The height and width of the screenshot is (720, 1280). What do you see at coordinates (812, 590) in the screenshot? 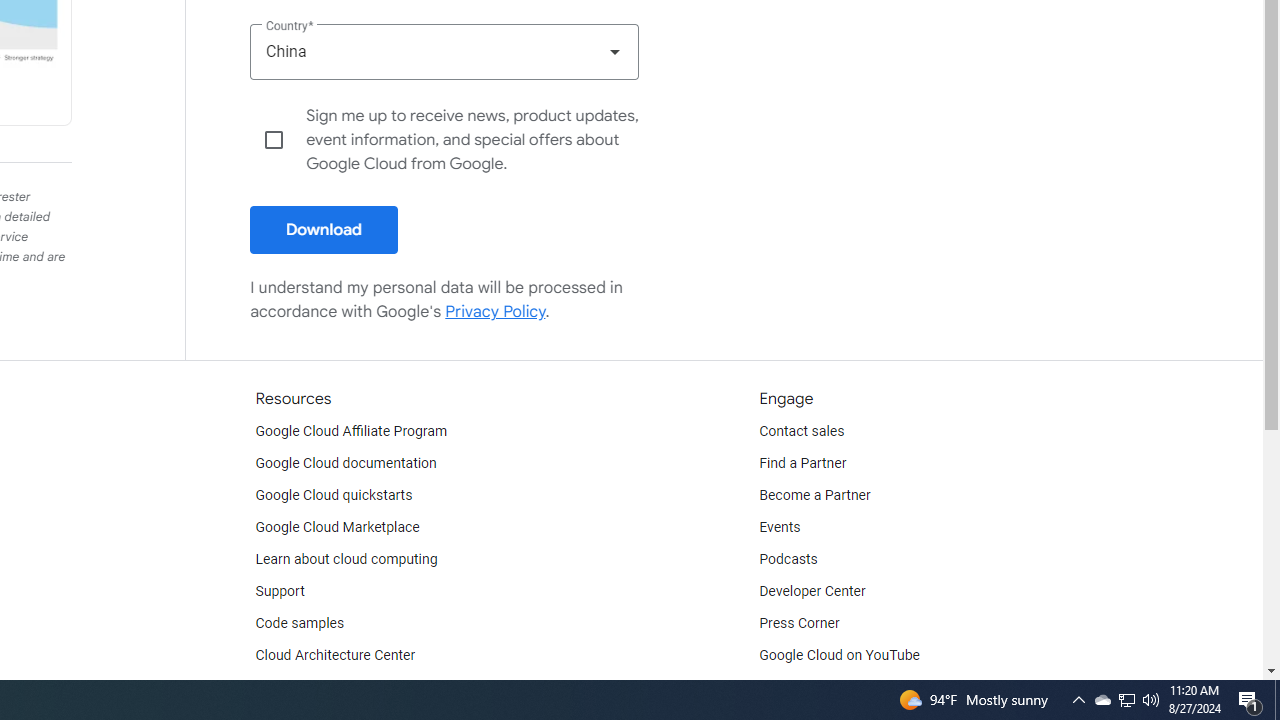
I see `'Developer Center'` at bounding box center [812, 590].